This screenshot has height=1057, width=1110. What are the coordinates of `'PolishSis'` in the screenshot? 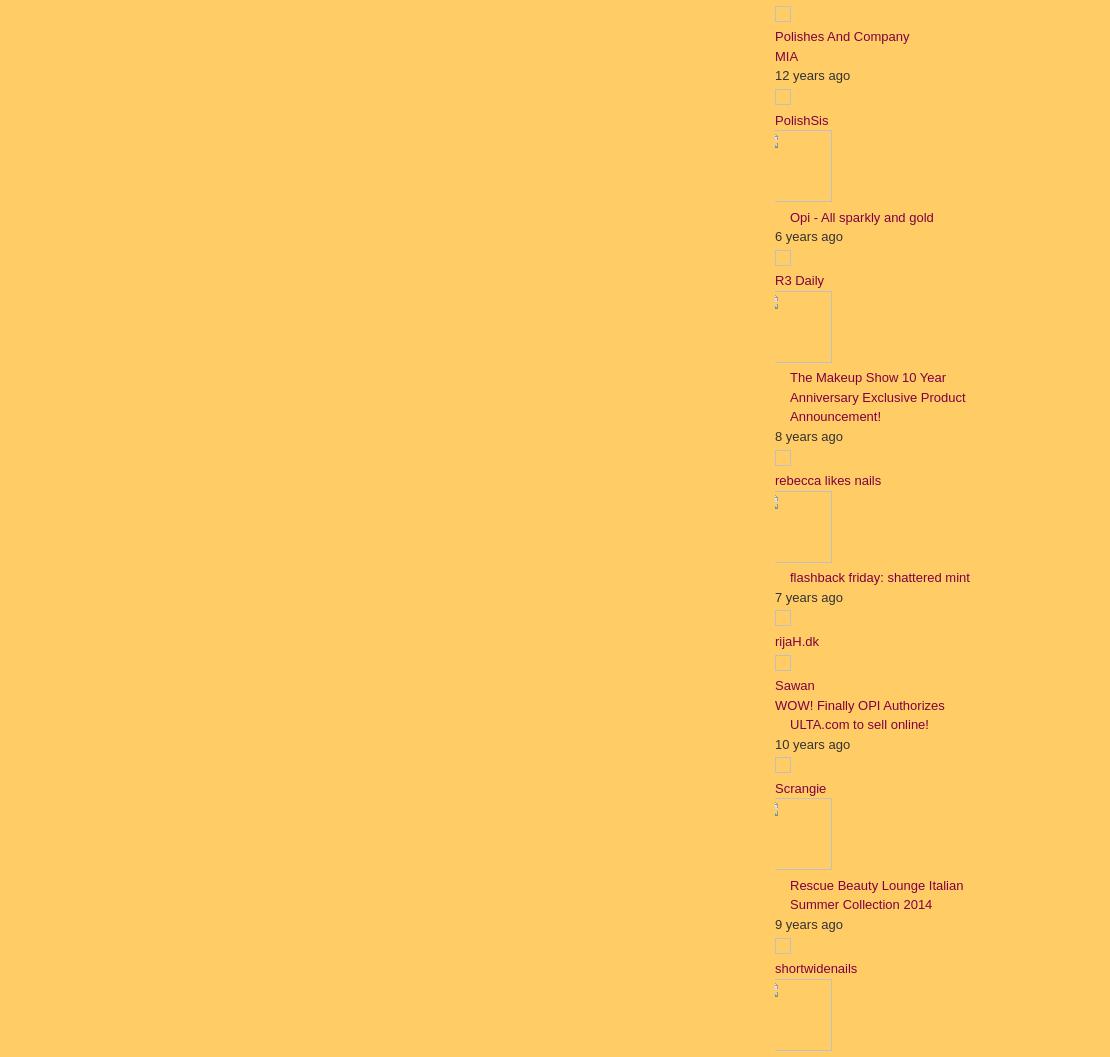 It's located at (801, 118).